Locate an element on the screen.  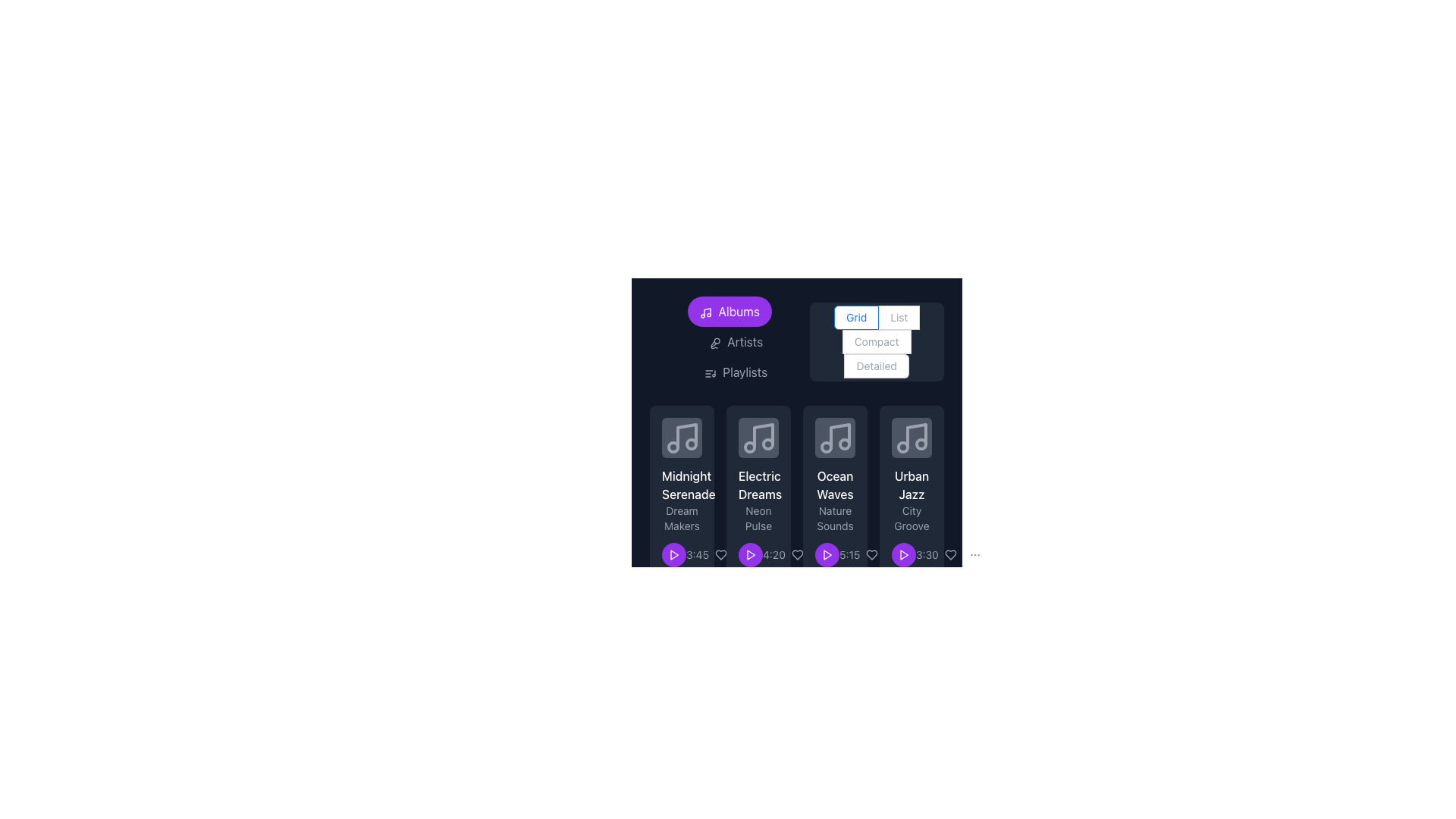
the microphone icon within the 'Artists' button, which is styled as a small outline design and precedes the text 'Artists' is located at coordinates (714, 343).